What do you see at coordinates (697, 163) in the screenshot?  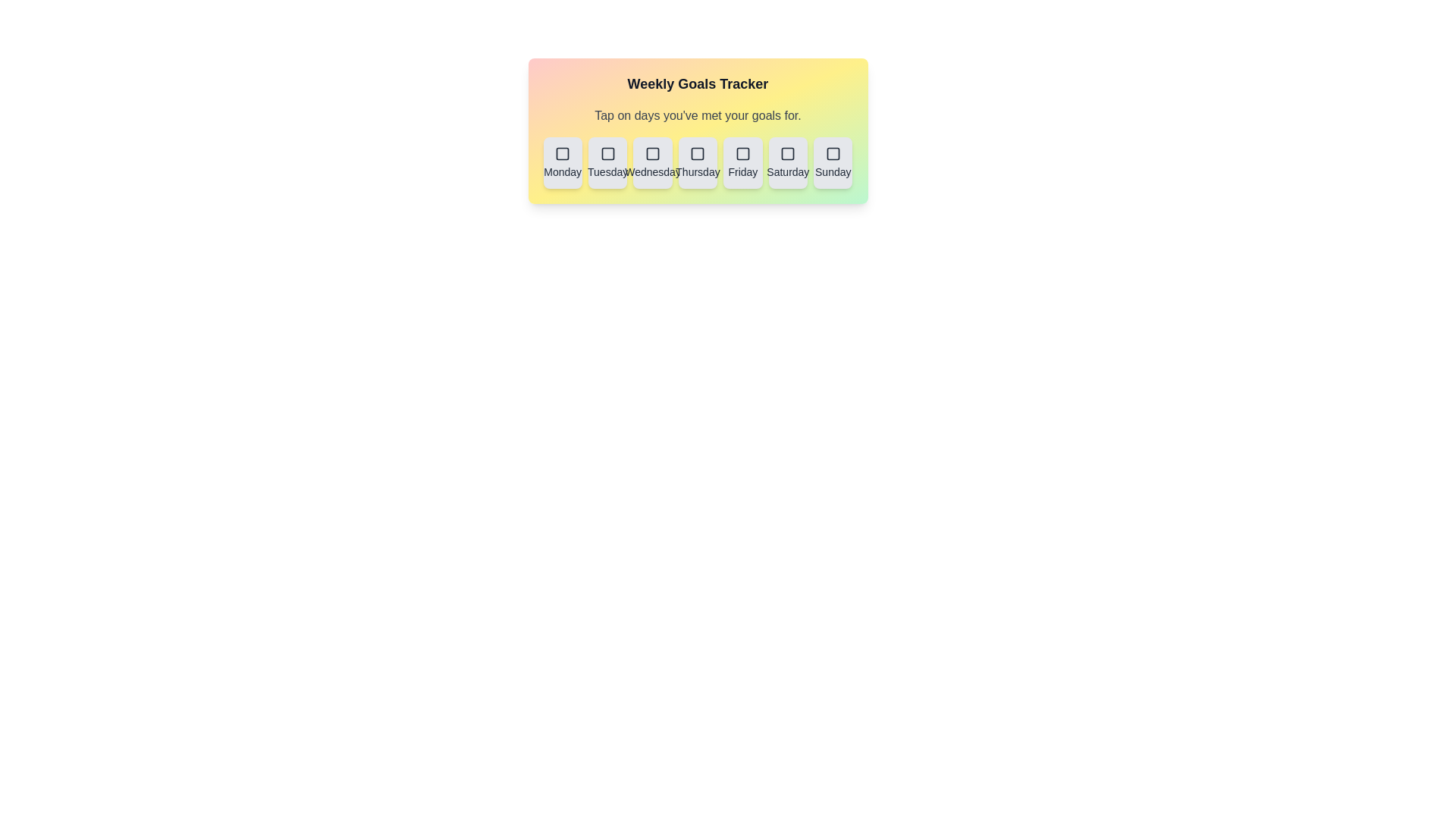 I see `the button labeled Thursday` at bounding box center [697, 163].